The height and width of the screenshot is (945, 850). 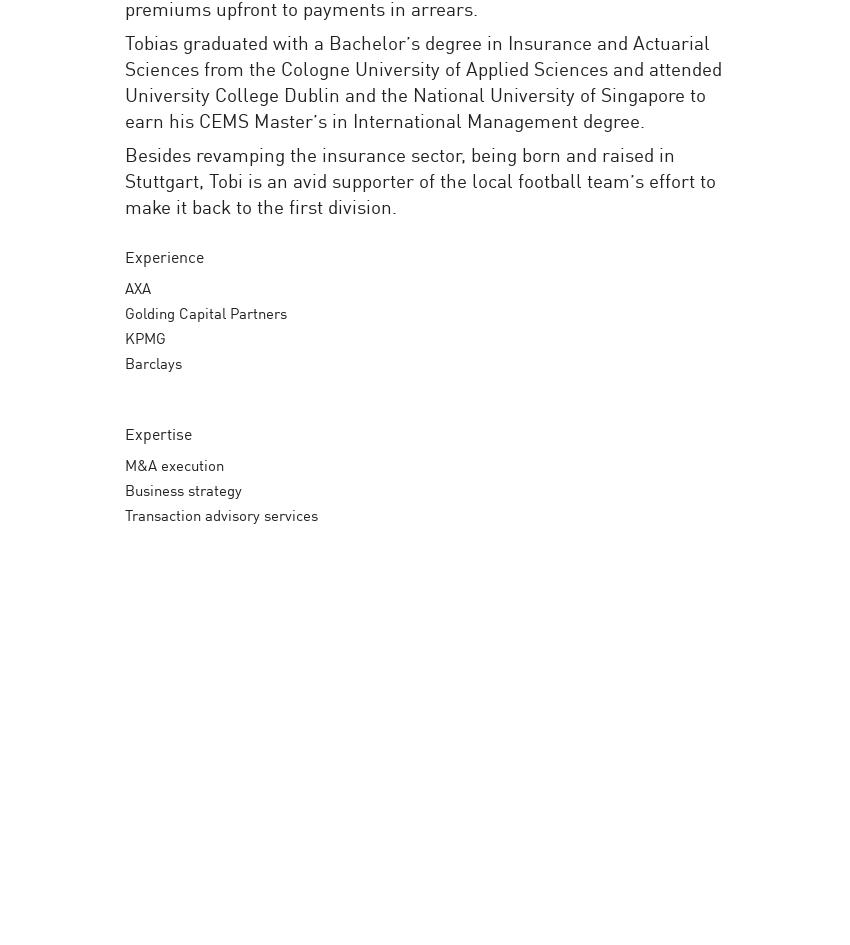 I want to click on ',', so click(x=817, y=230).